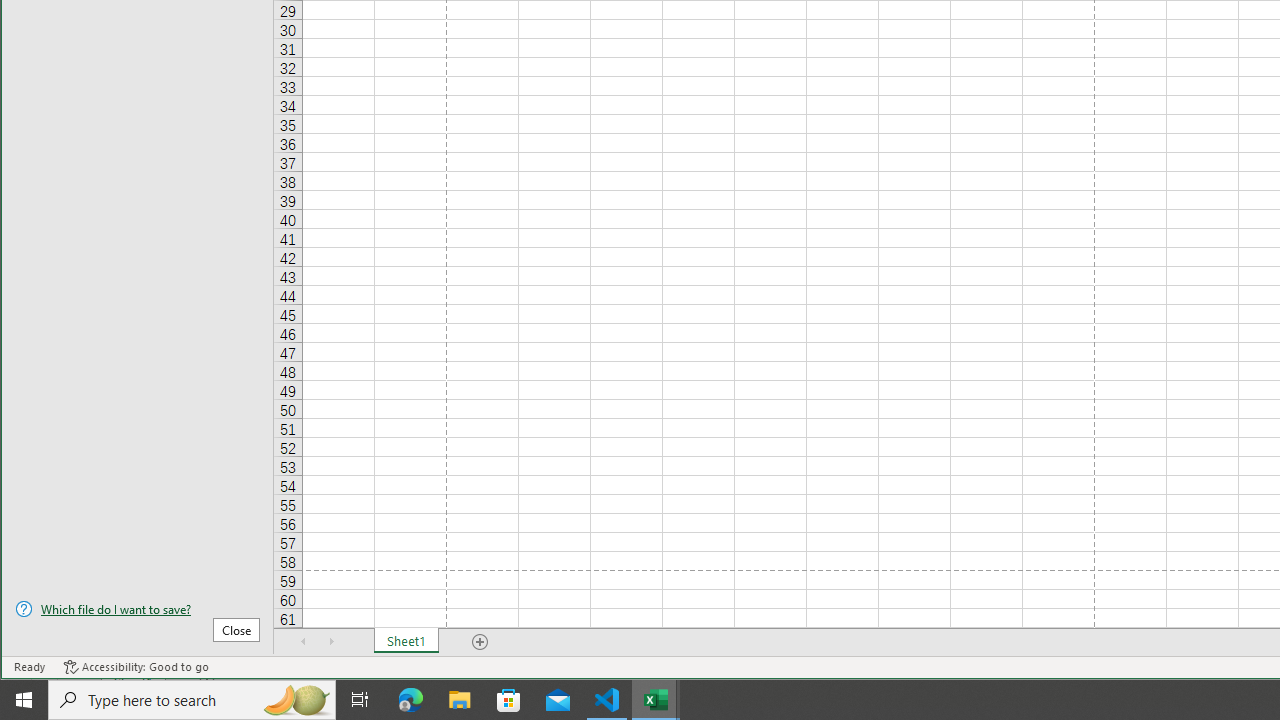 The image size is (1280, 720). I want to click on 'Start', so click(24, 698).